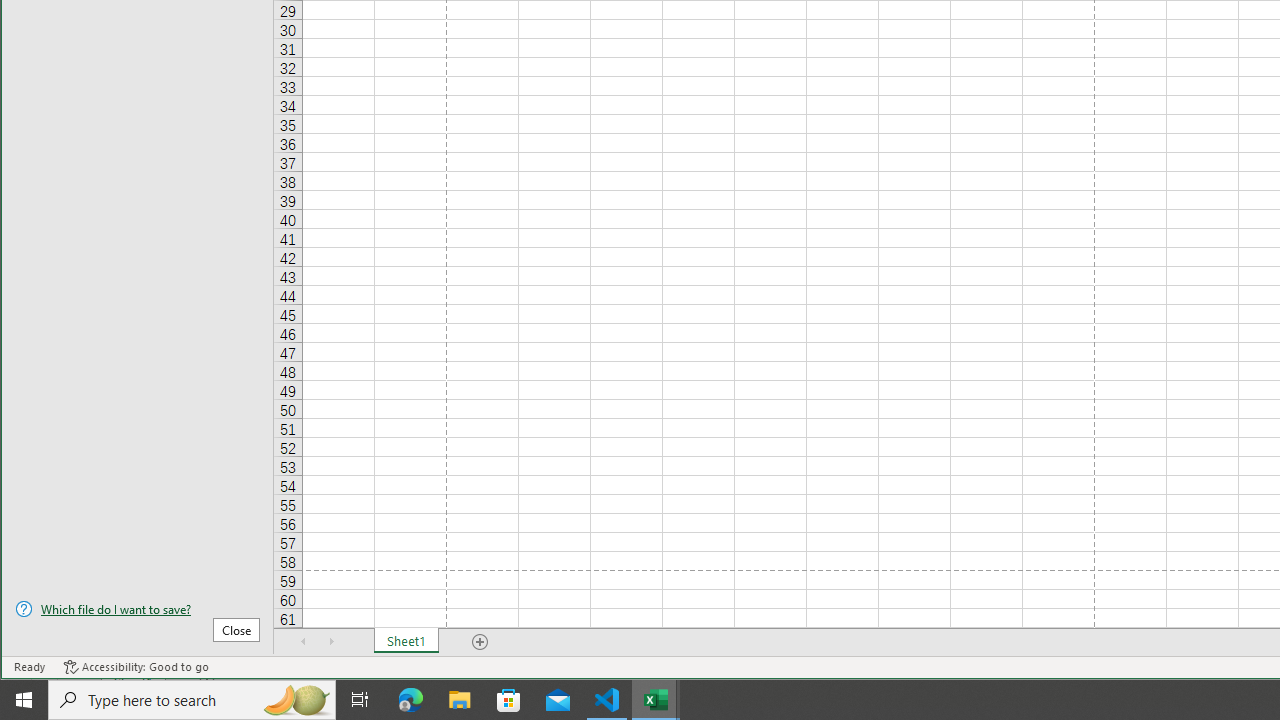 The image size is (1280, 720). I want to click on 'Start', so click(24, 698).